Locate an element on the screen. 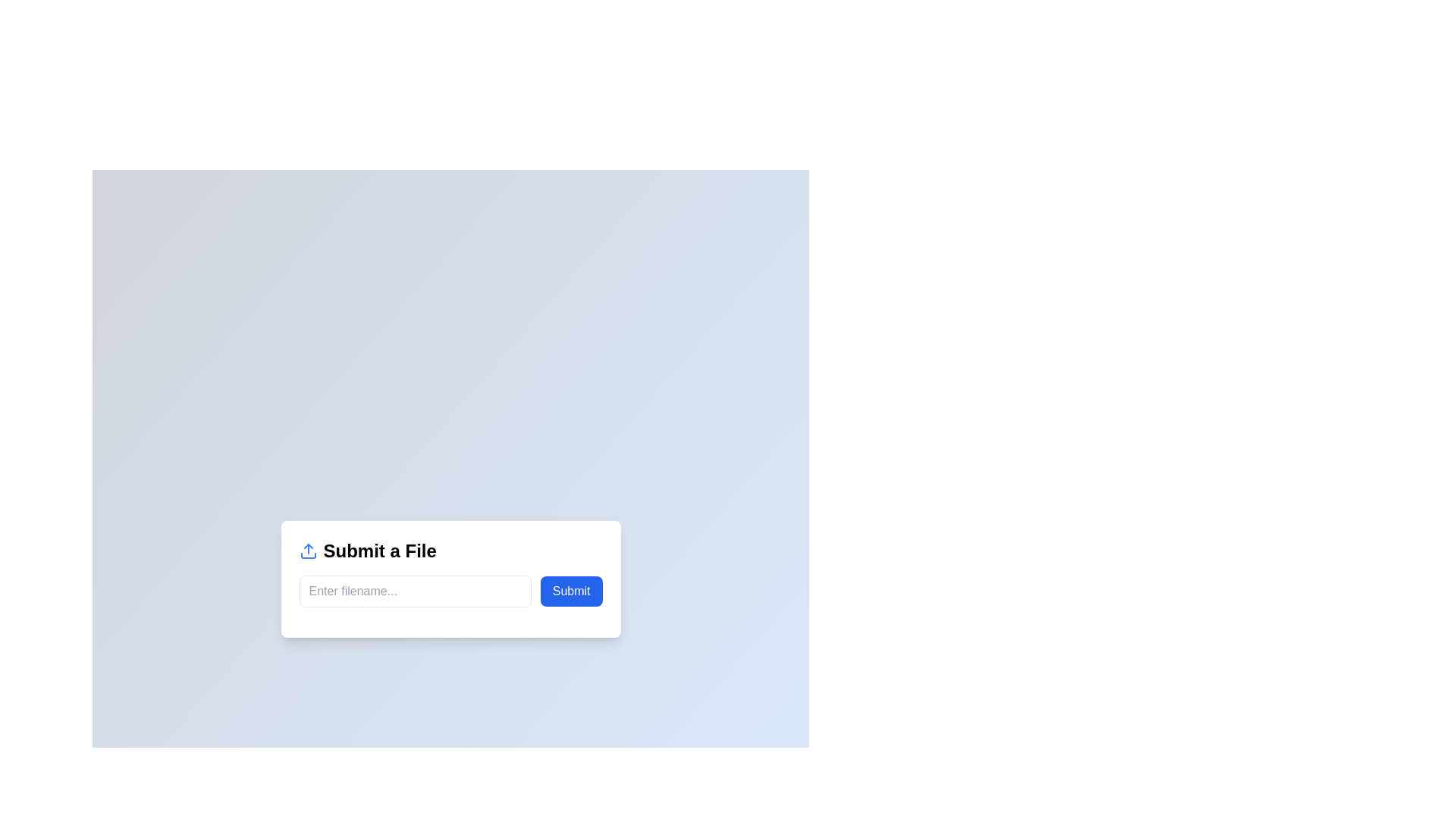 Image resolution: width=1456 pixels, height=819 pixels. the upload icon, which features an upward-pointing arrow over a horizontal line, styled in bright blue and located to the left of the 'Submit a File' text is located at coordinates (307, 551).